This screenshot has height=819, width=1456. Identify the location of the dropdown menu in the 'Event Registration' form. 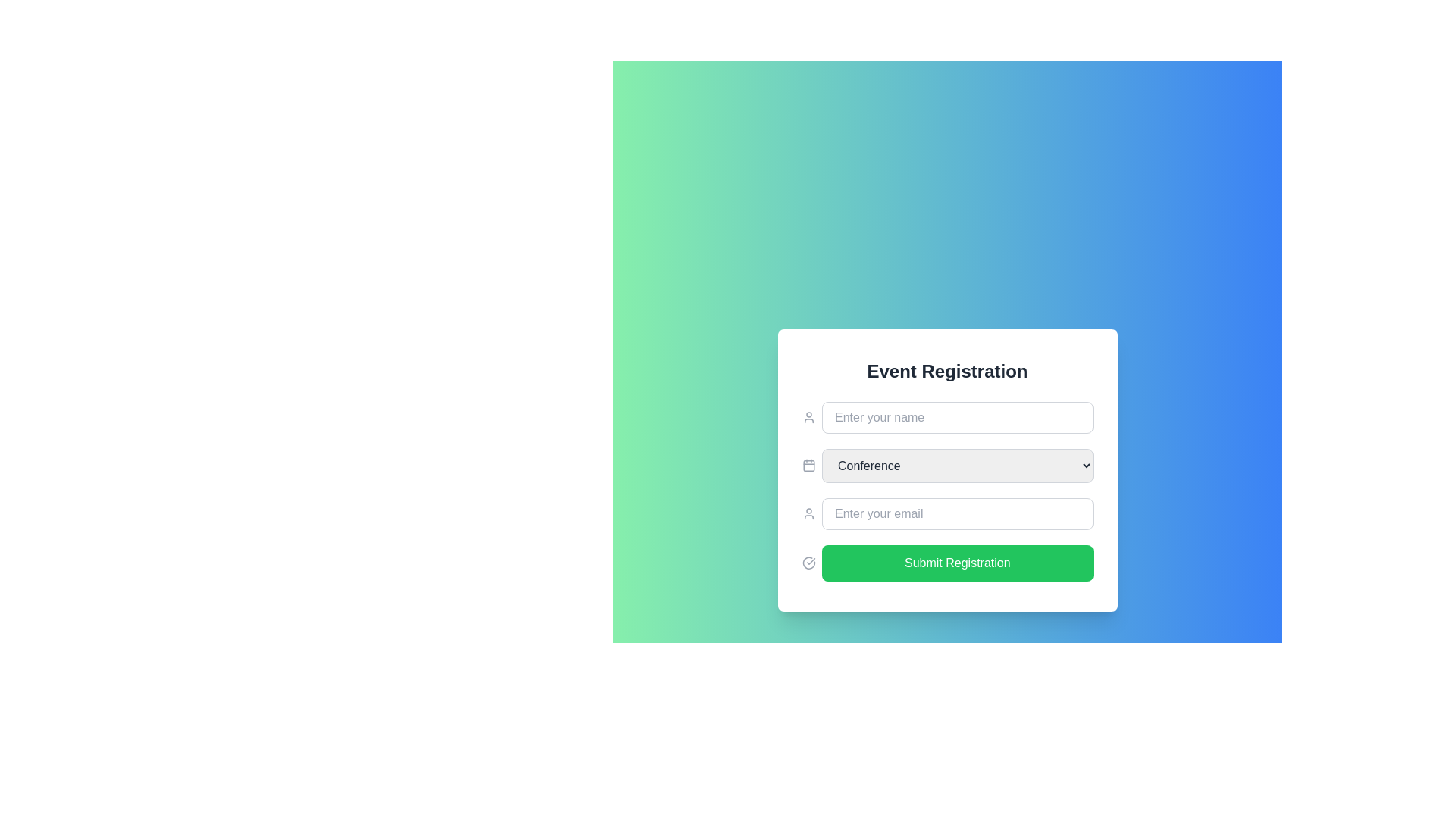
(946, 469).